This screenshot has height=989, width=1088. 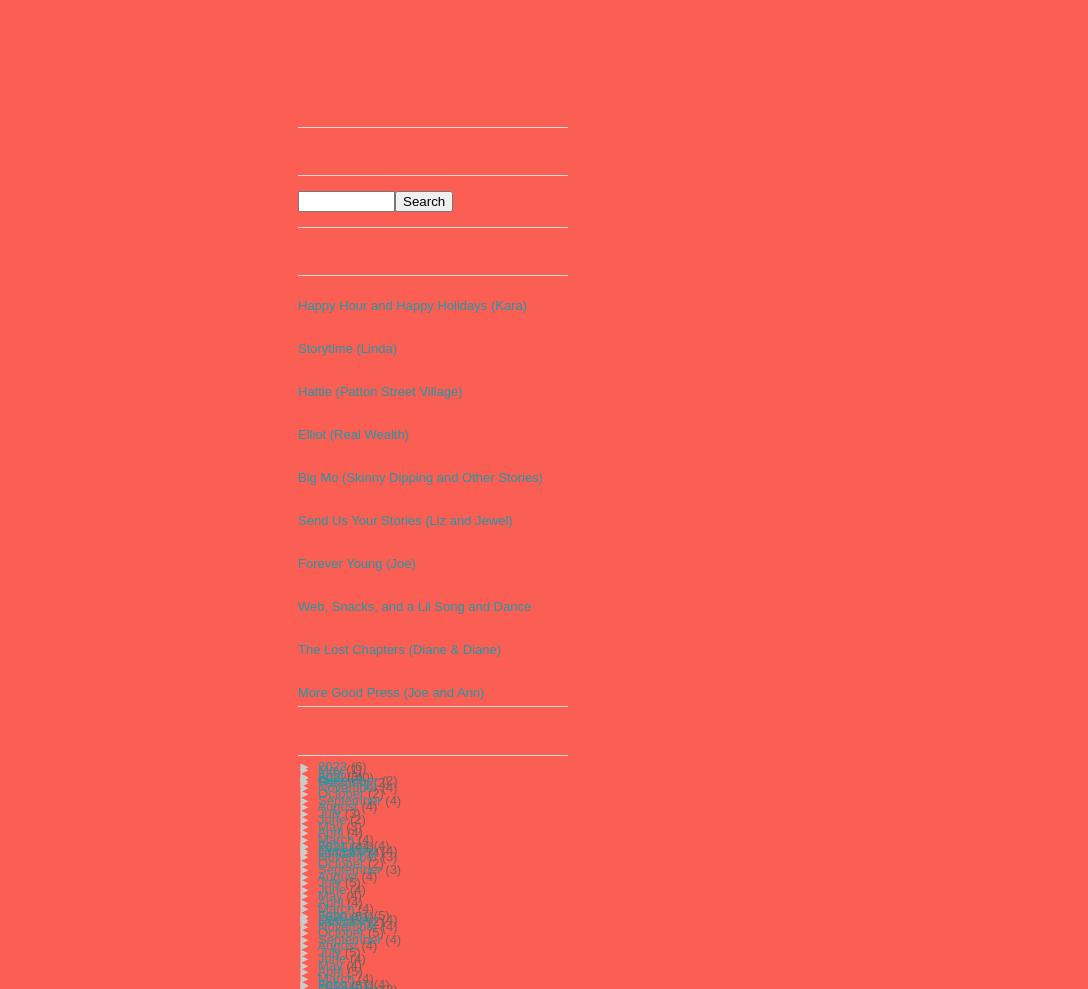 What do you see at coordinates (334, 846) in the screenshot?
I see `'2021'` at bounding box center [334, 846].